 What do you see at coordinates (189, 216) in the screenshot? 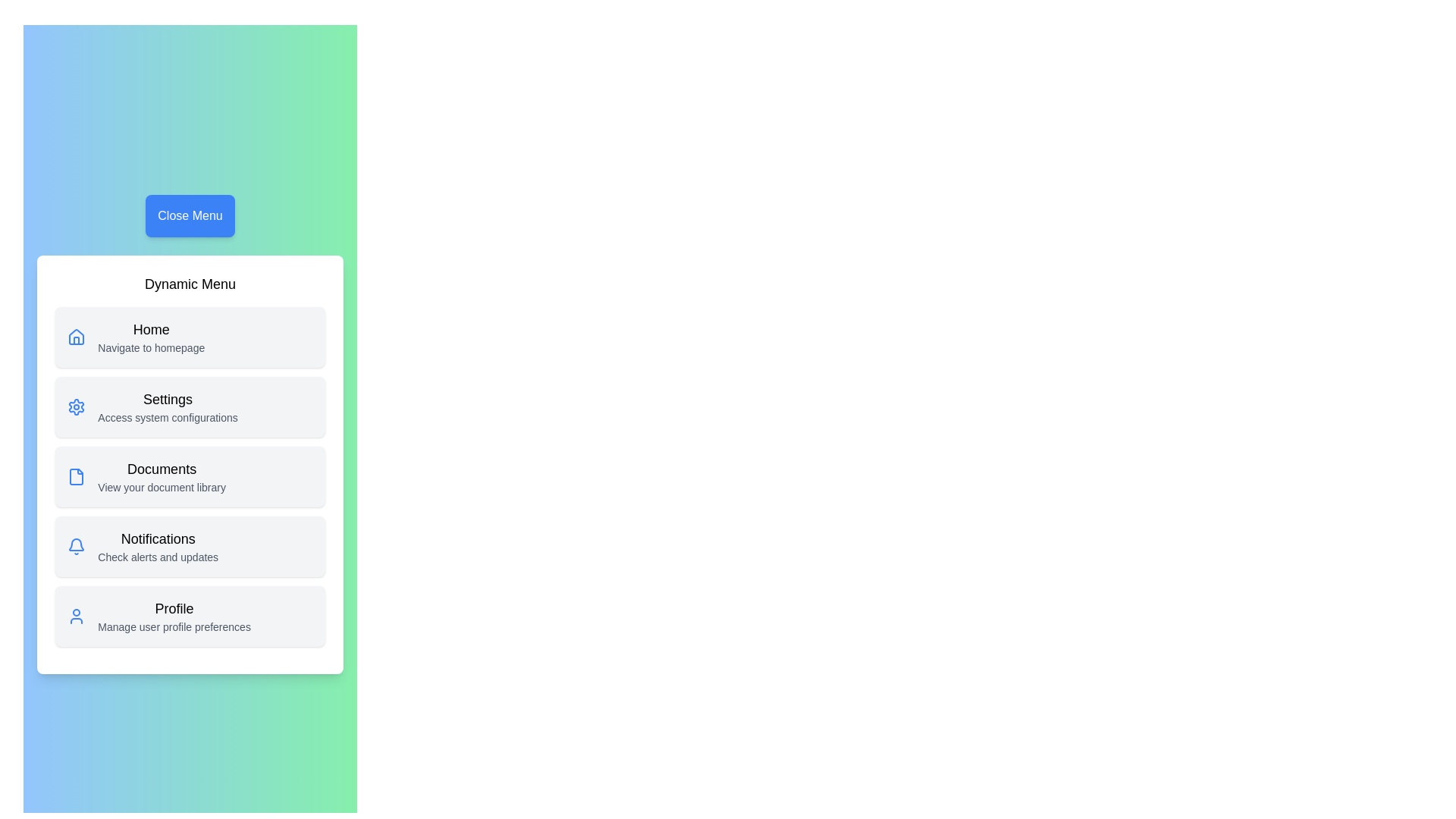
I see `the 'Close Menu' button to toggle the menu visibility` at bounding box center [189, 216].